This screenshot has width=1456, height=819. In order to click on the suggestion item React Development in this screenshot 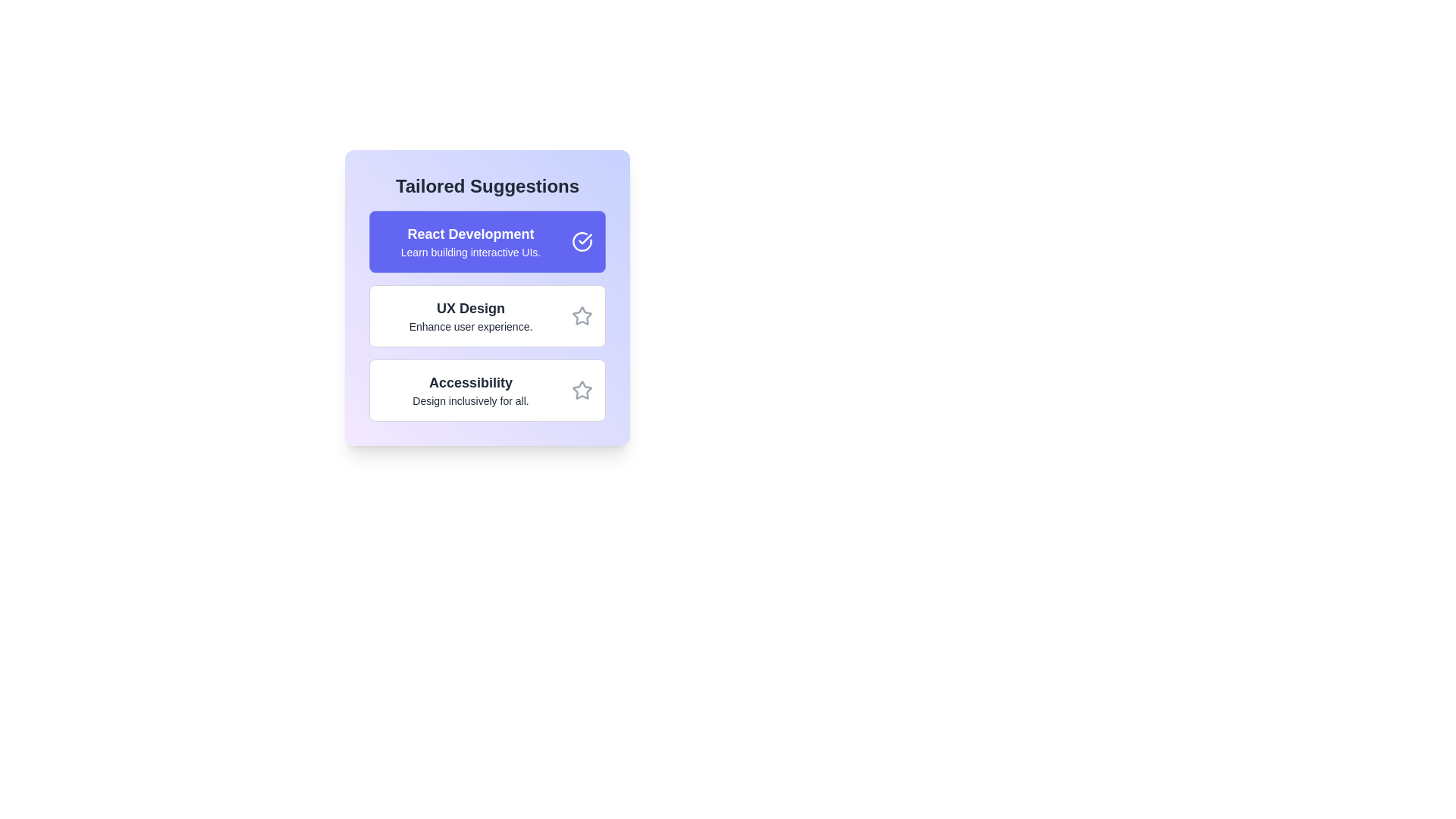, I will do `click(488, 241)`.